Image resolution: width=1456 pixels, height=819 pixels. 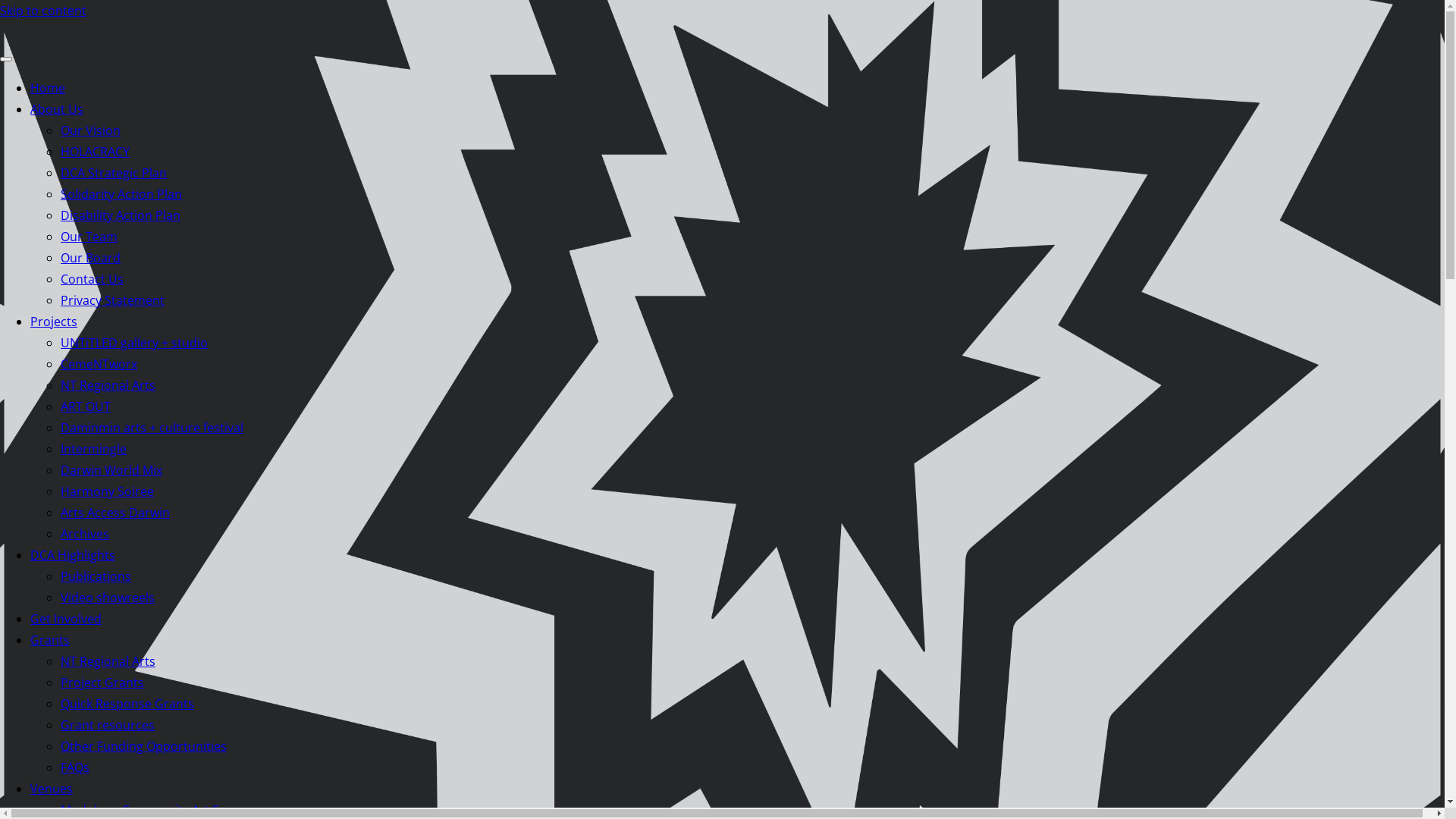 I want to click on 'Grants', so click(x=50, y=640).